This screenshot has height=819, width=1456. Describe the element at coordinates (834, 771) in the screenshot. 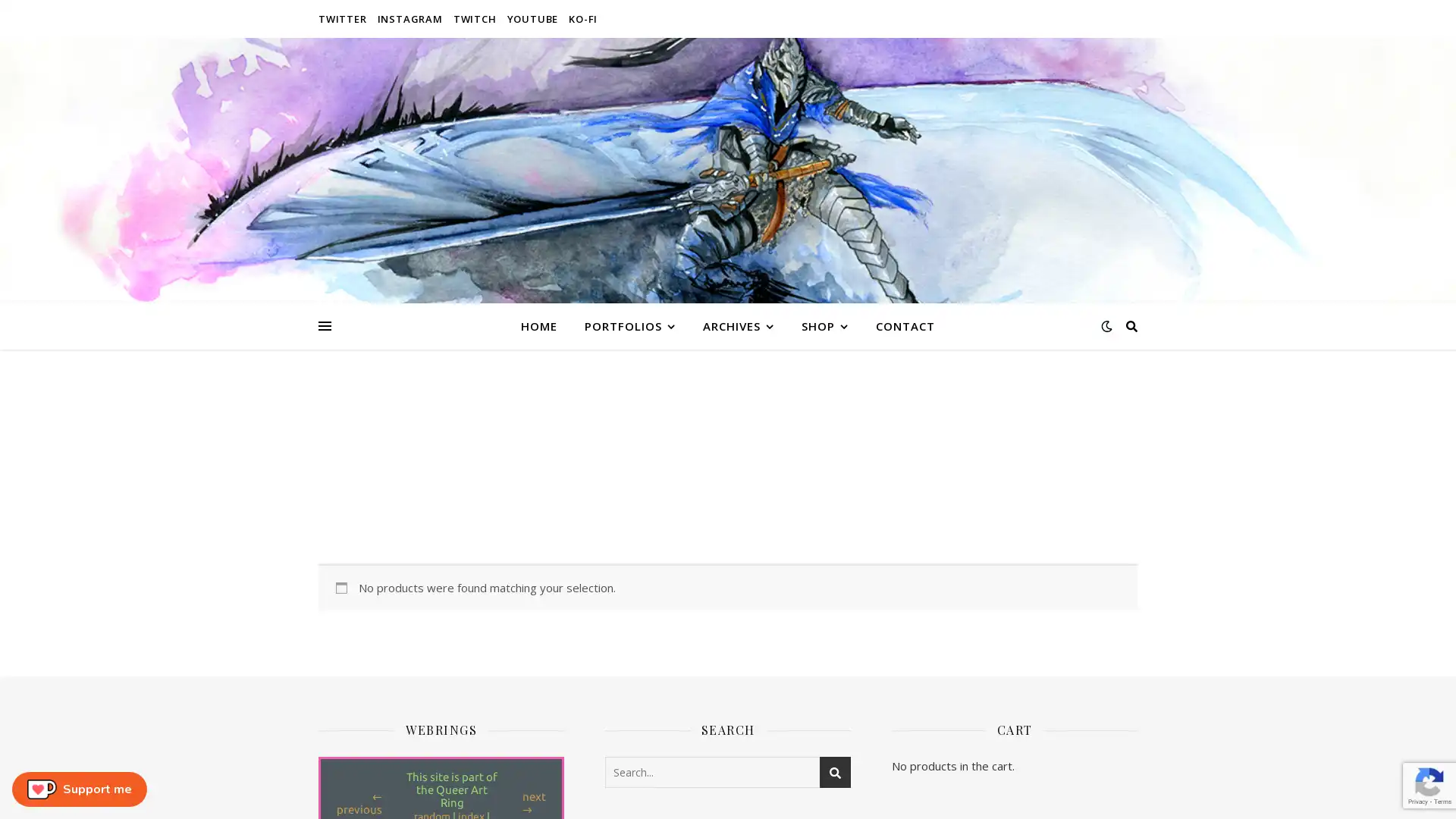

I see `st` at that location.